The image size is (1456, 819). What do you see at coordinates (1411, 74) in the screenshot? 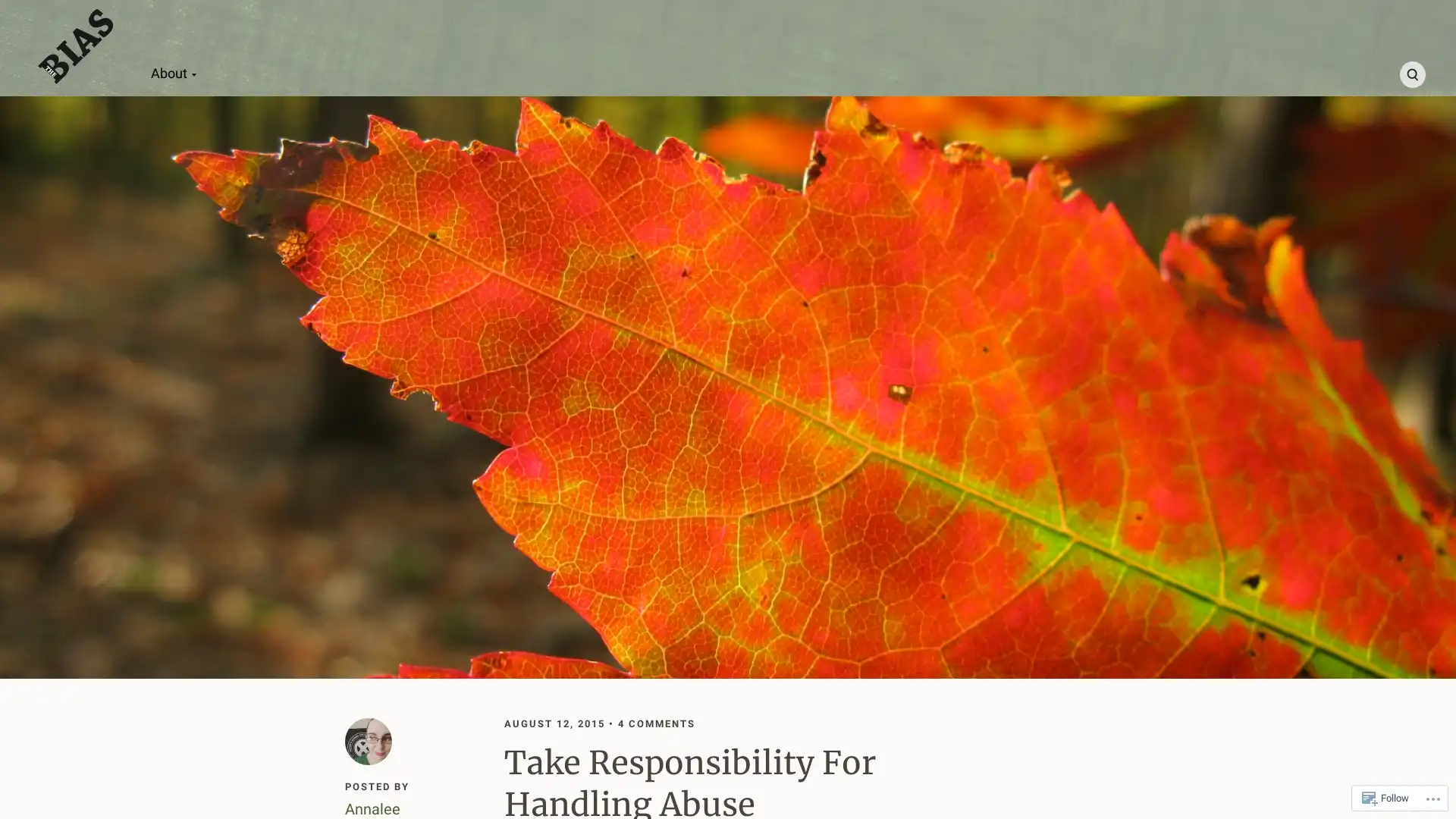
I see `Search` at bounding box center [1411, 74].